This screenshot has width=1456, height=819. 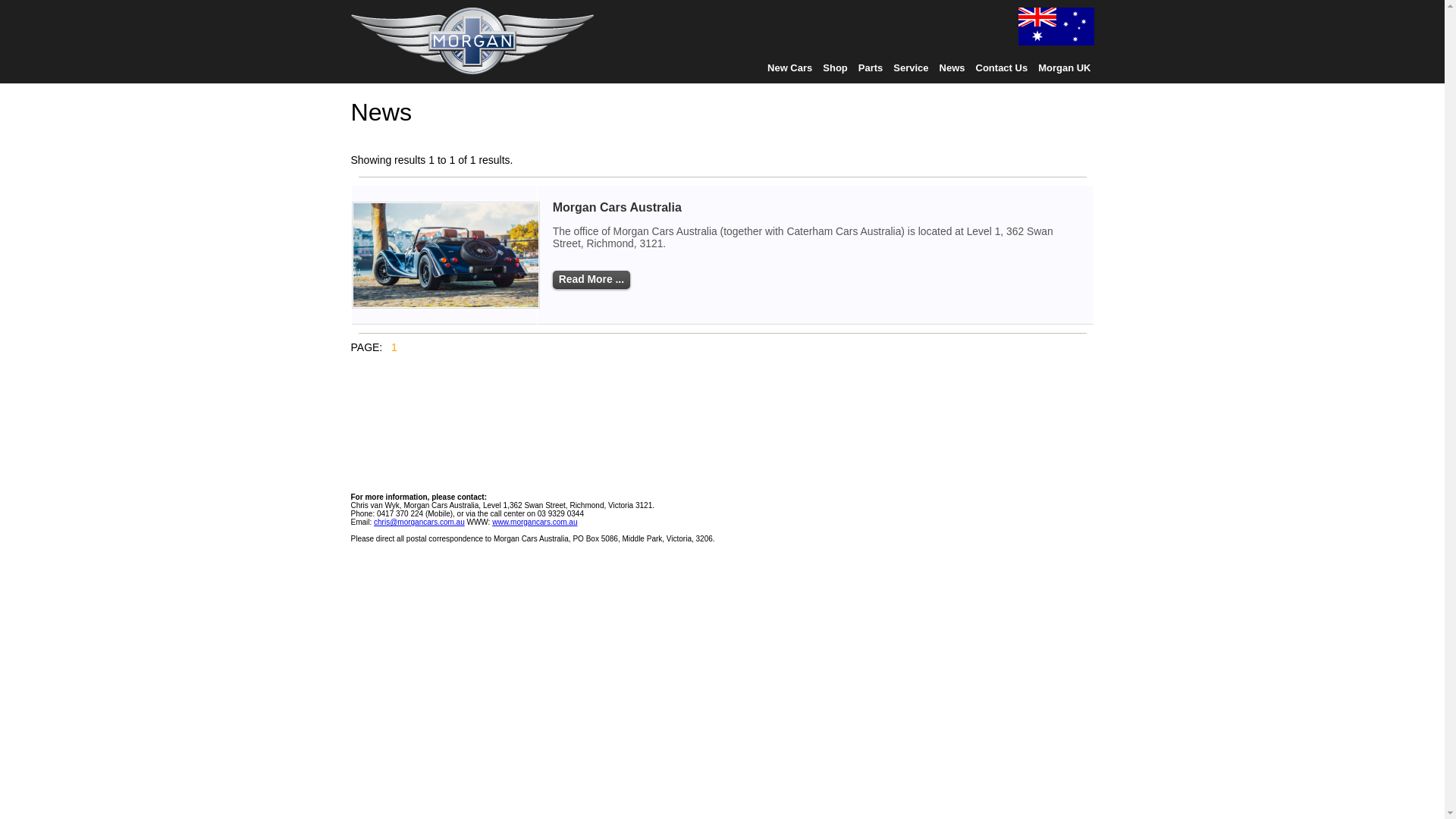 I want to click on 'chris@morgancars.com.au', so click(x=419, y=521).